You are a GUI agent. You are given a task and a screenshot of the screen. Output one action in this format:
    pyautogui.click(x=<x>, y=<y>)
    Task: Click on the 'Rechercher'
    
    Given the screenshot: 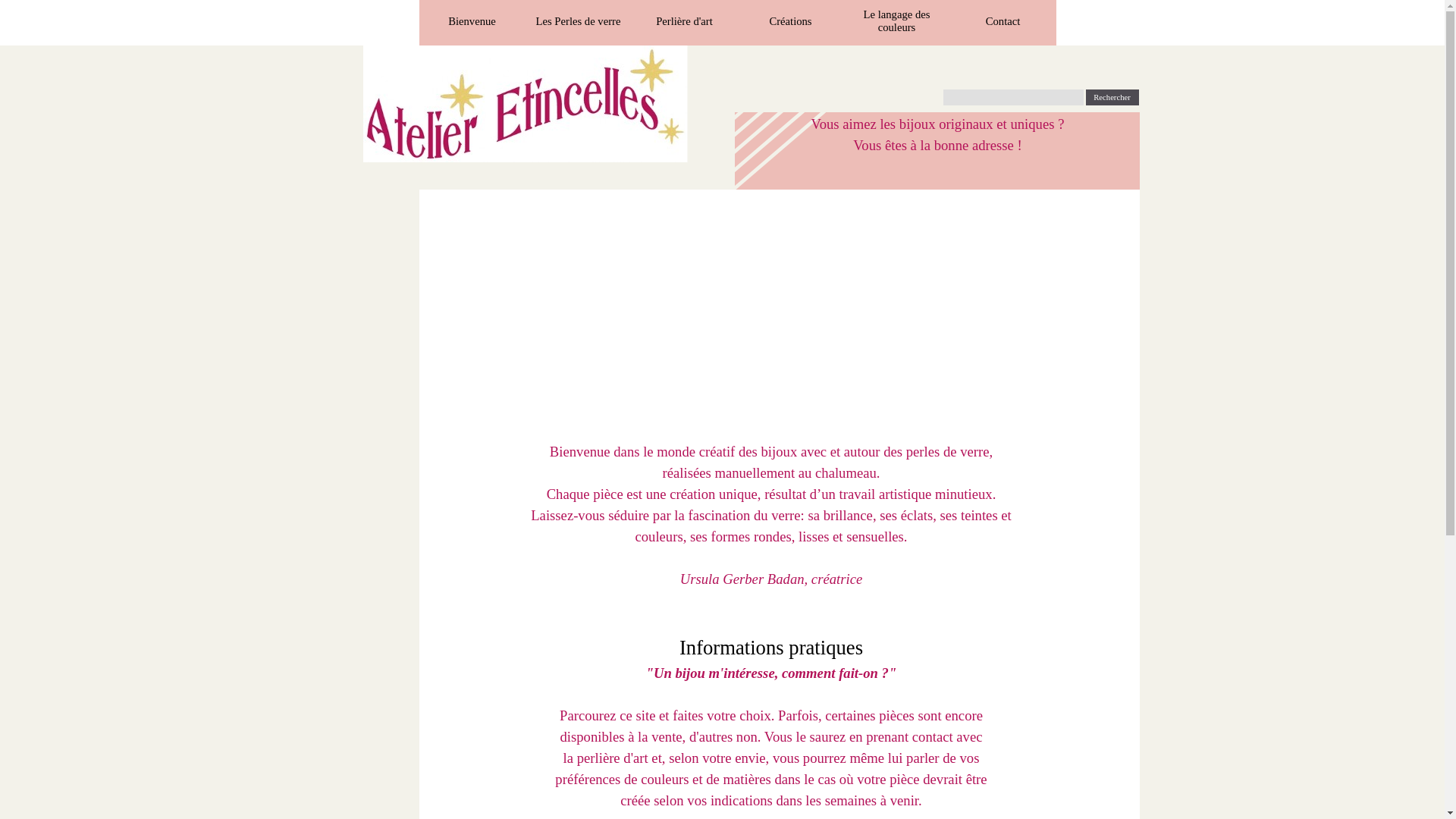 What is the action you would take?
    pyautogui.click(x=1112, y=97)
    